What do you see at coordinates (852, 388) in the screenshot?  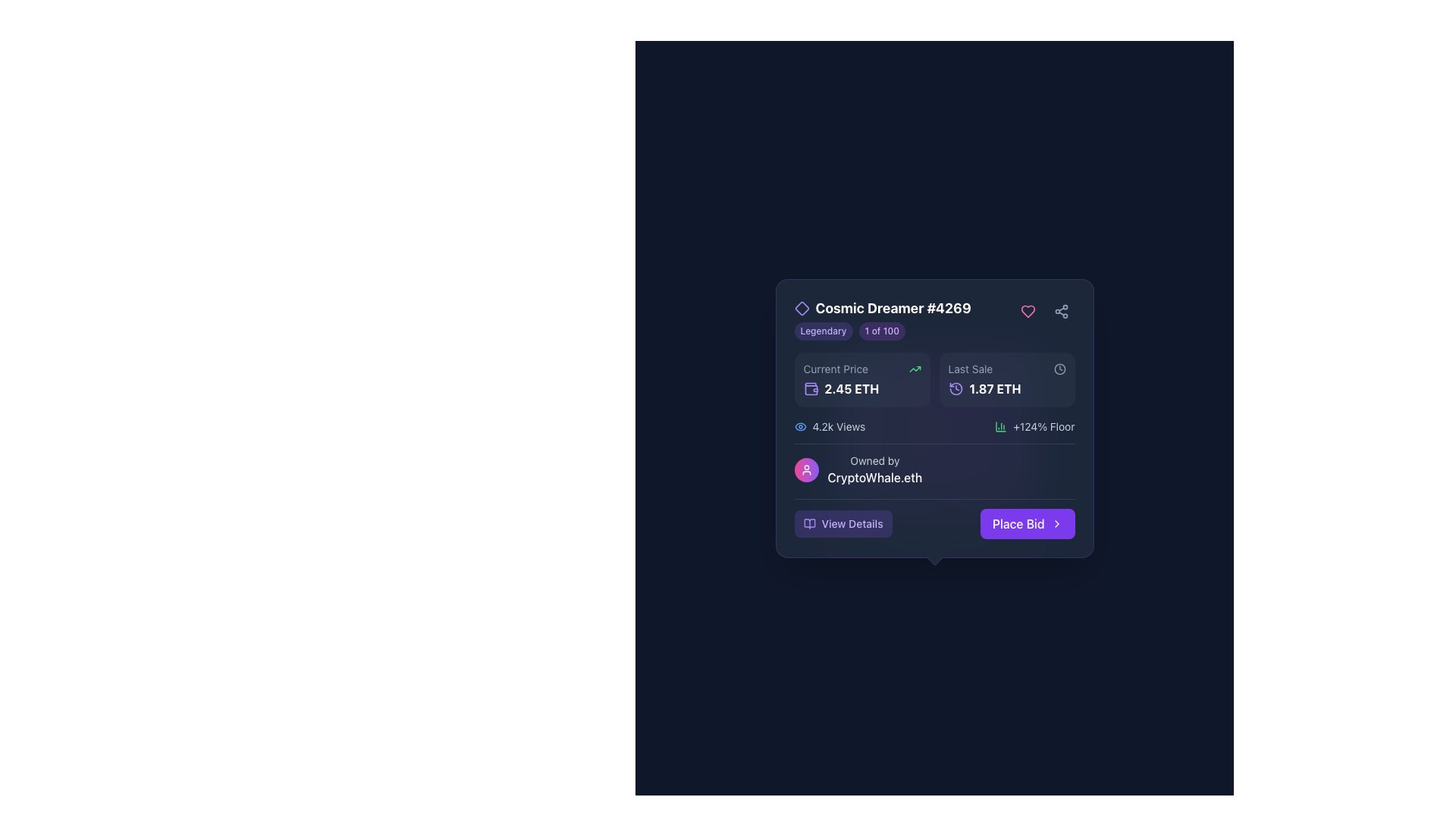 I see `the Text Label displaying the current price in Ethereum (ETH) located within the 'Current Price' section, positioned to the right of the wallet icon` at bounding box center [852, 388].